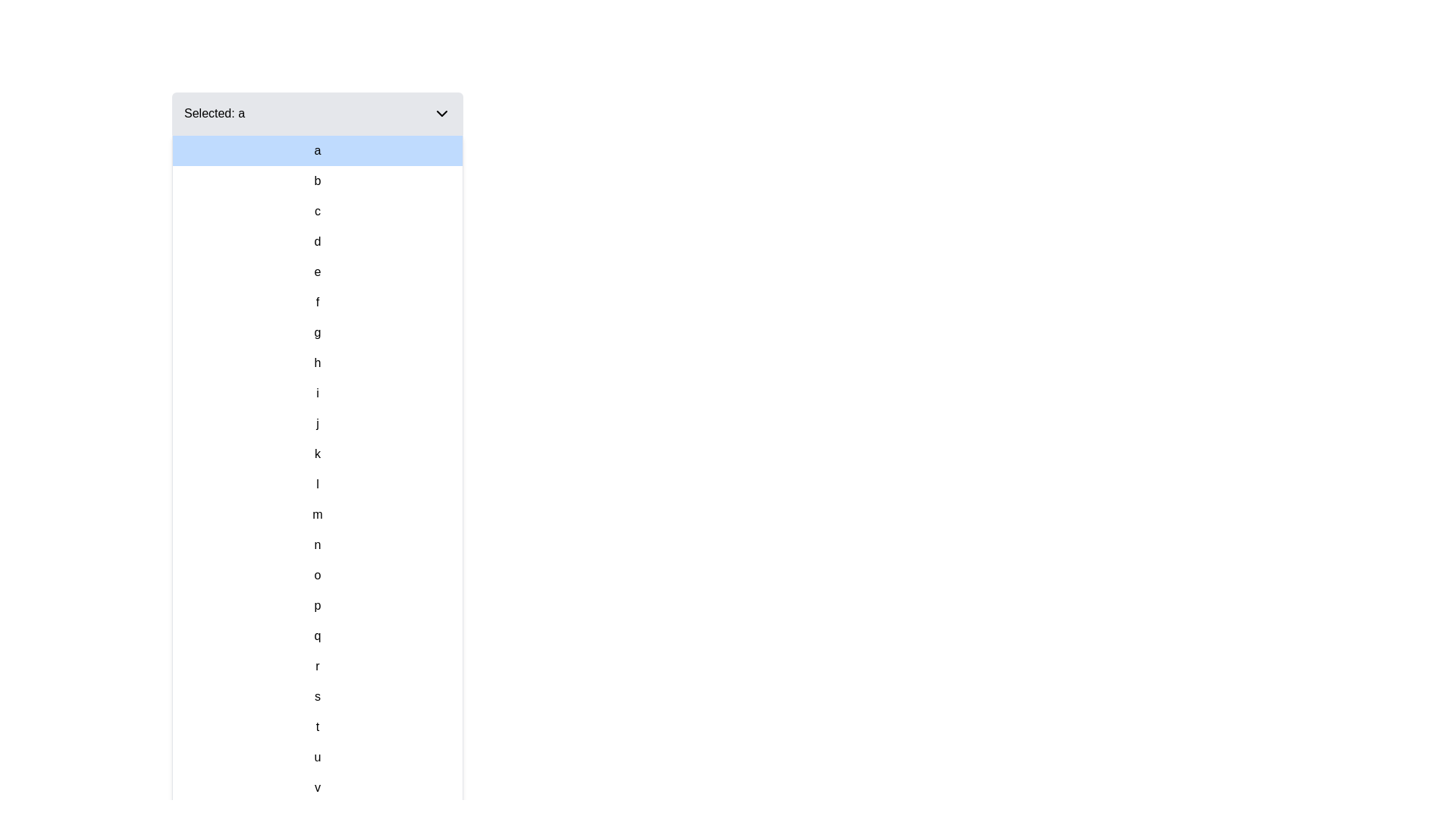 The width and height of the screenshot is (1456, 819). I want to click on the Dropdown trigger area located at the top of the dropdown menu, so click(316, 113).